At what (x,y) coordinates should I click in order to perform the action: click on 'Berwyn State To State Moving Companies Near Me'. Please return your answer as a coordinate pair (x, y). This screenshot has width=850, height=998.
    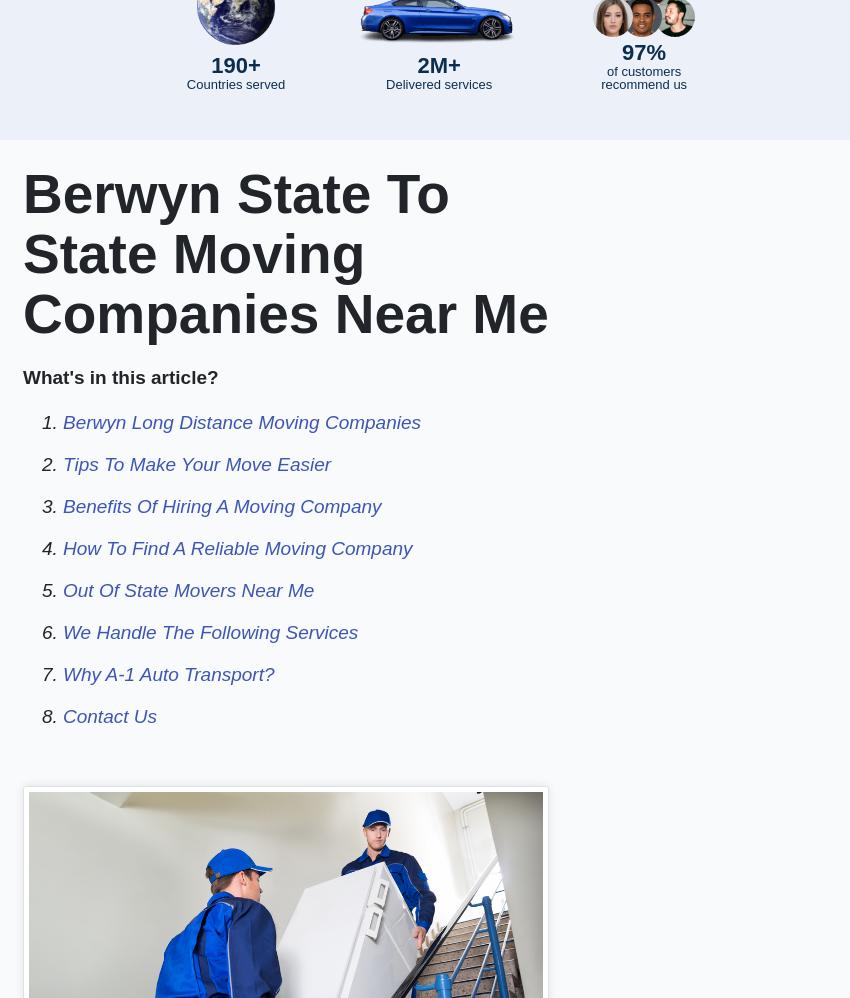
    Looking at the image, I should click on (22, 252).